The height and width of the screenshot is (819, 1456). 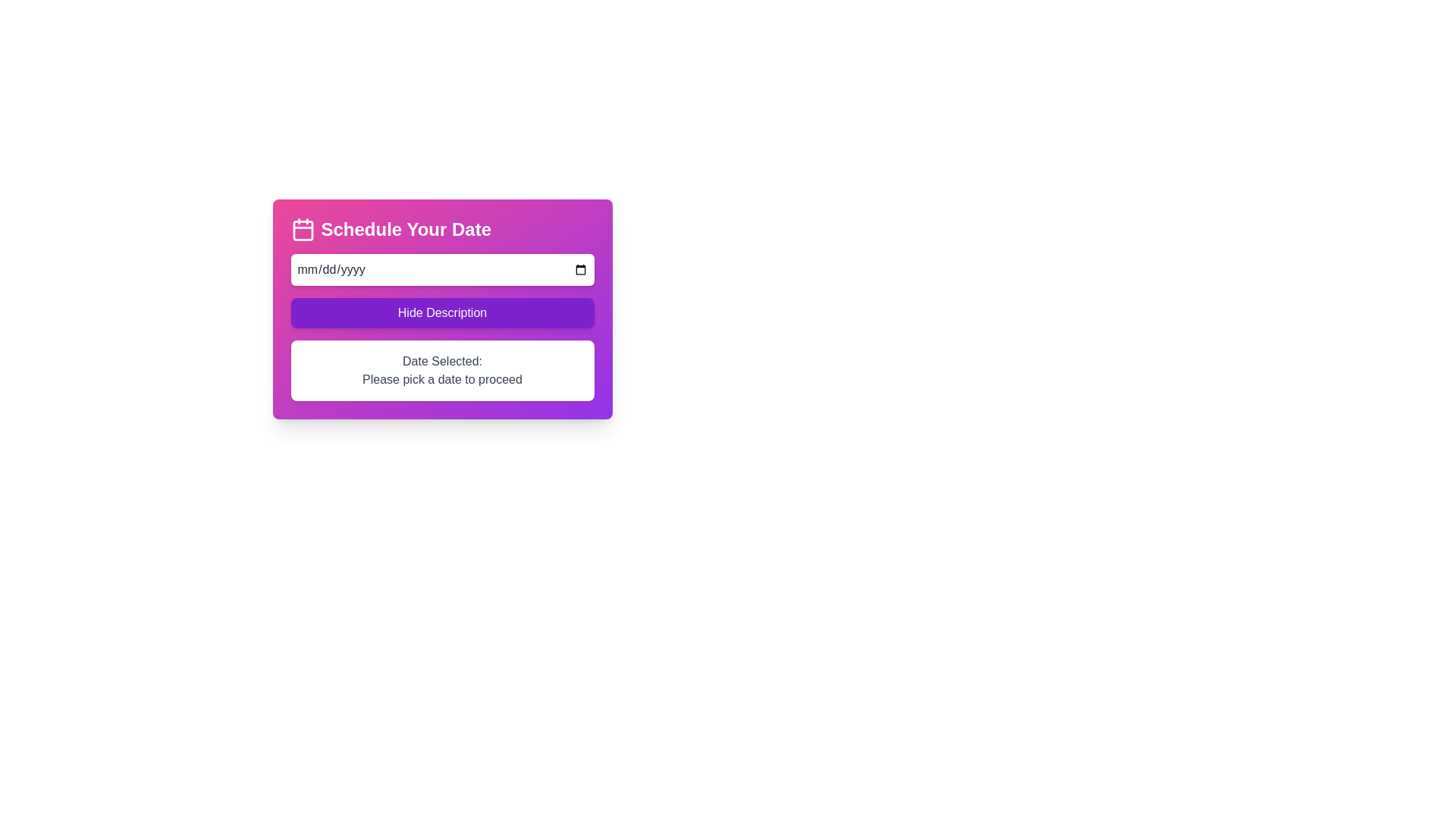 I want to click on the button with a purple background and white text that reads 'Hide Description', so click(x=441, y=312).